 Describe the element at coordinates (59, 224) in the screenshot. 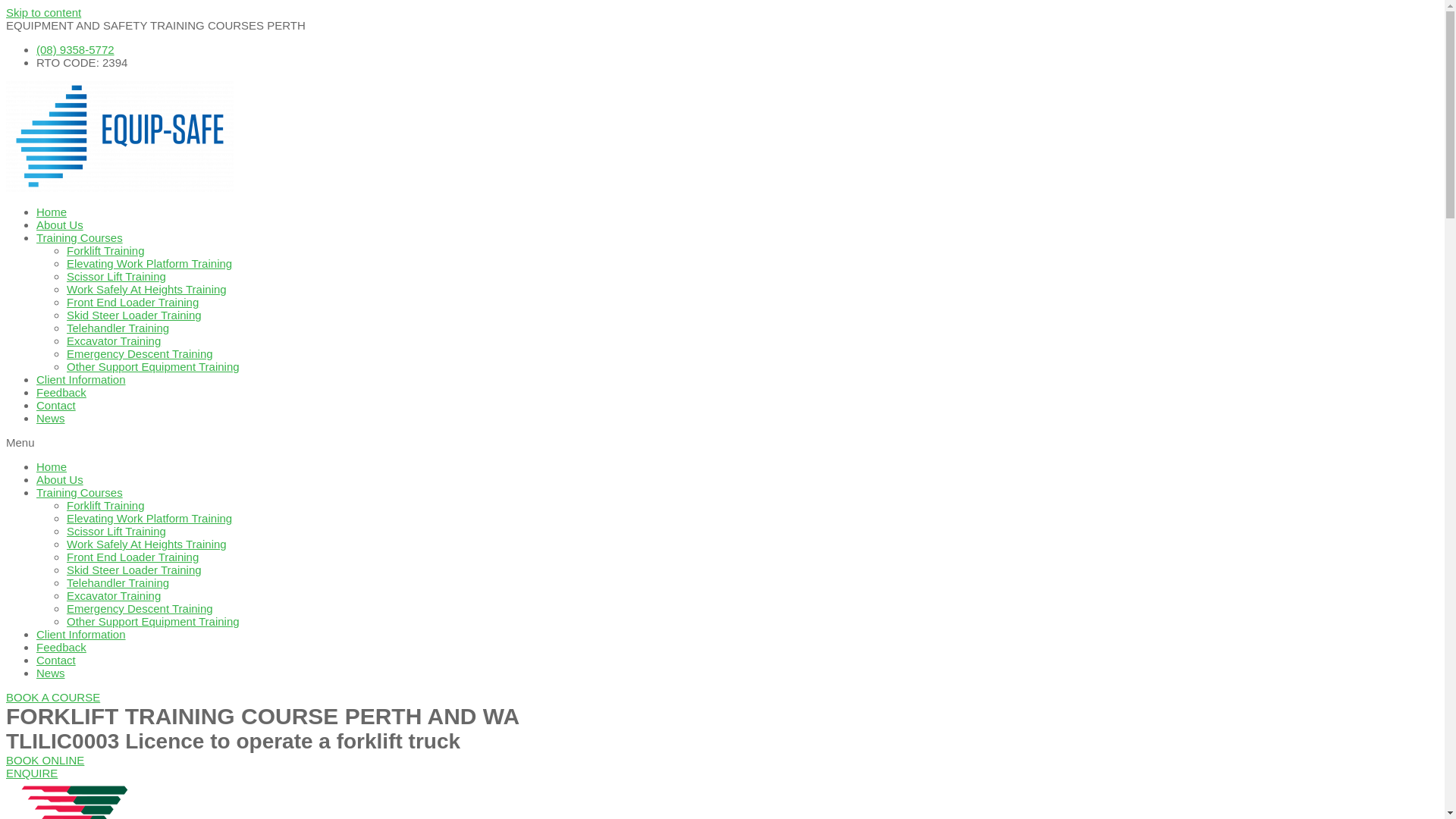

I see `'About Us'` at that location.